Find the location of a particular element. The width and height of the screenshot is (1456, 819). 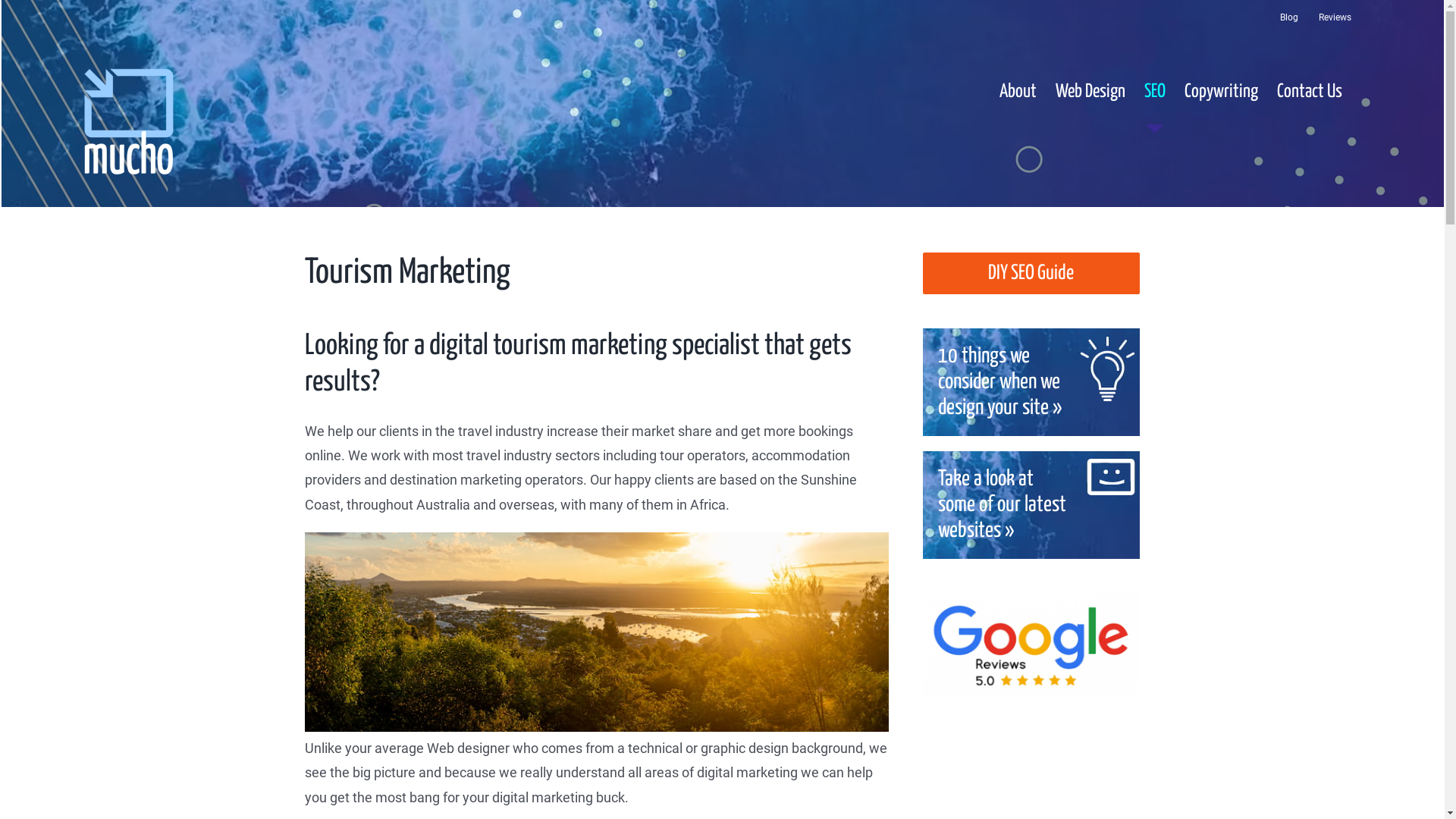

'Web Design' is located at coordinates (1090, 91).